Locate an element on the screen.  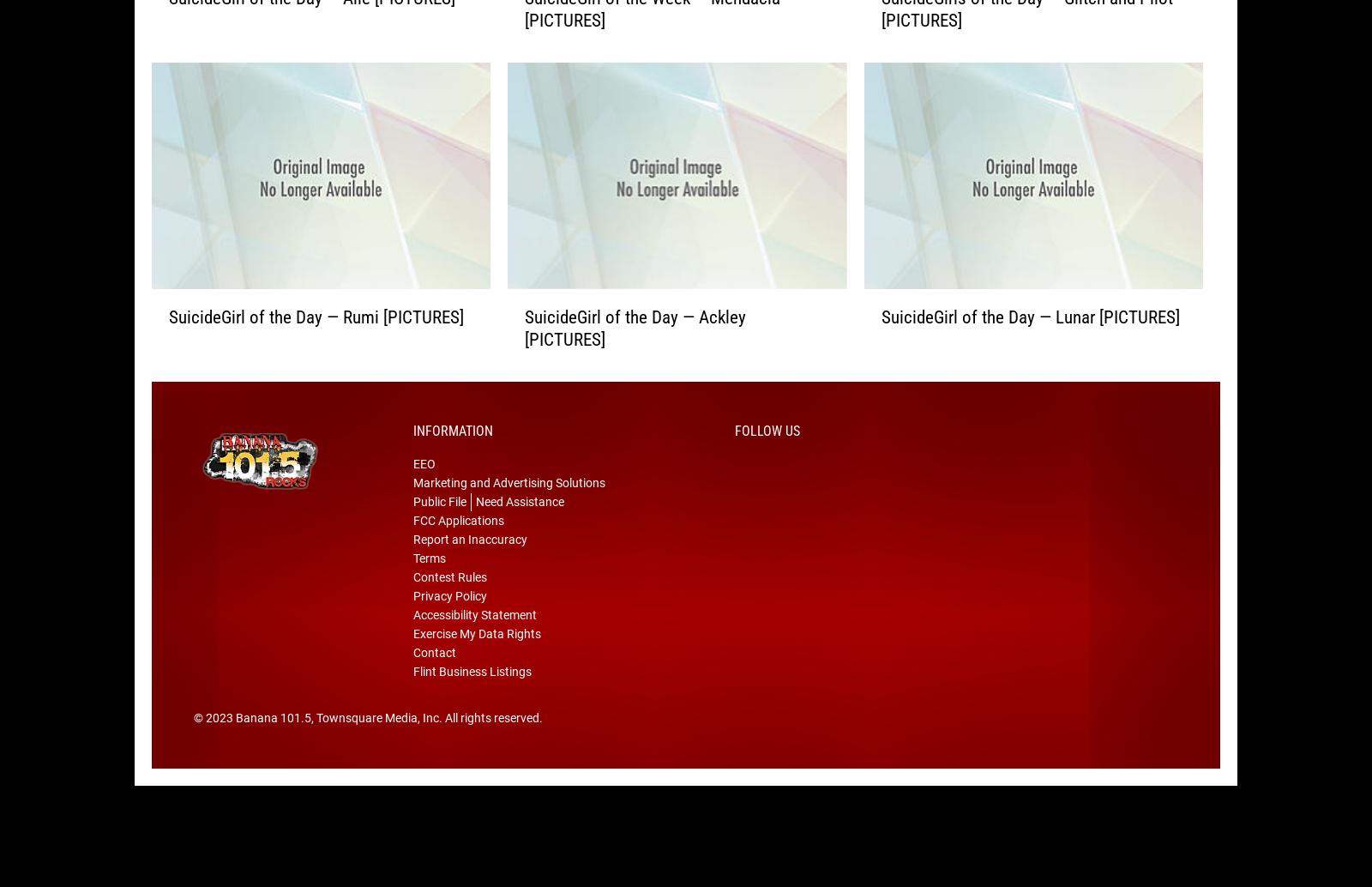
', Townsquare Media, Inc' is located at coordinates (311, 744).